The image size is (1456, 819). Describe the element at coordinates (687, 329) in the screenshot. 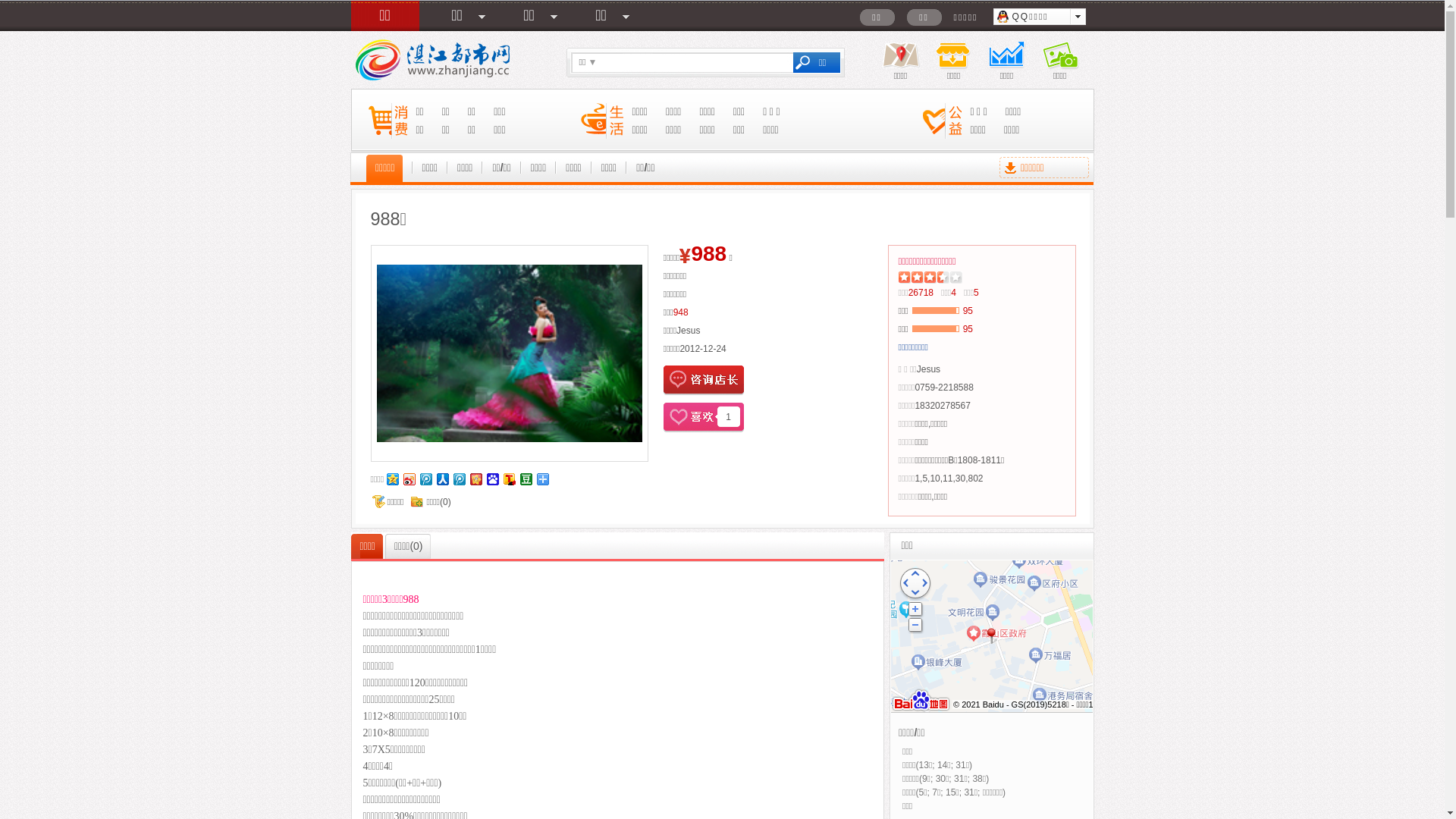

I see `'Jesus'` at that location.